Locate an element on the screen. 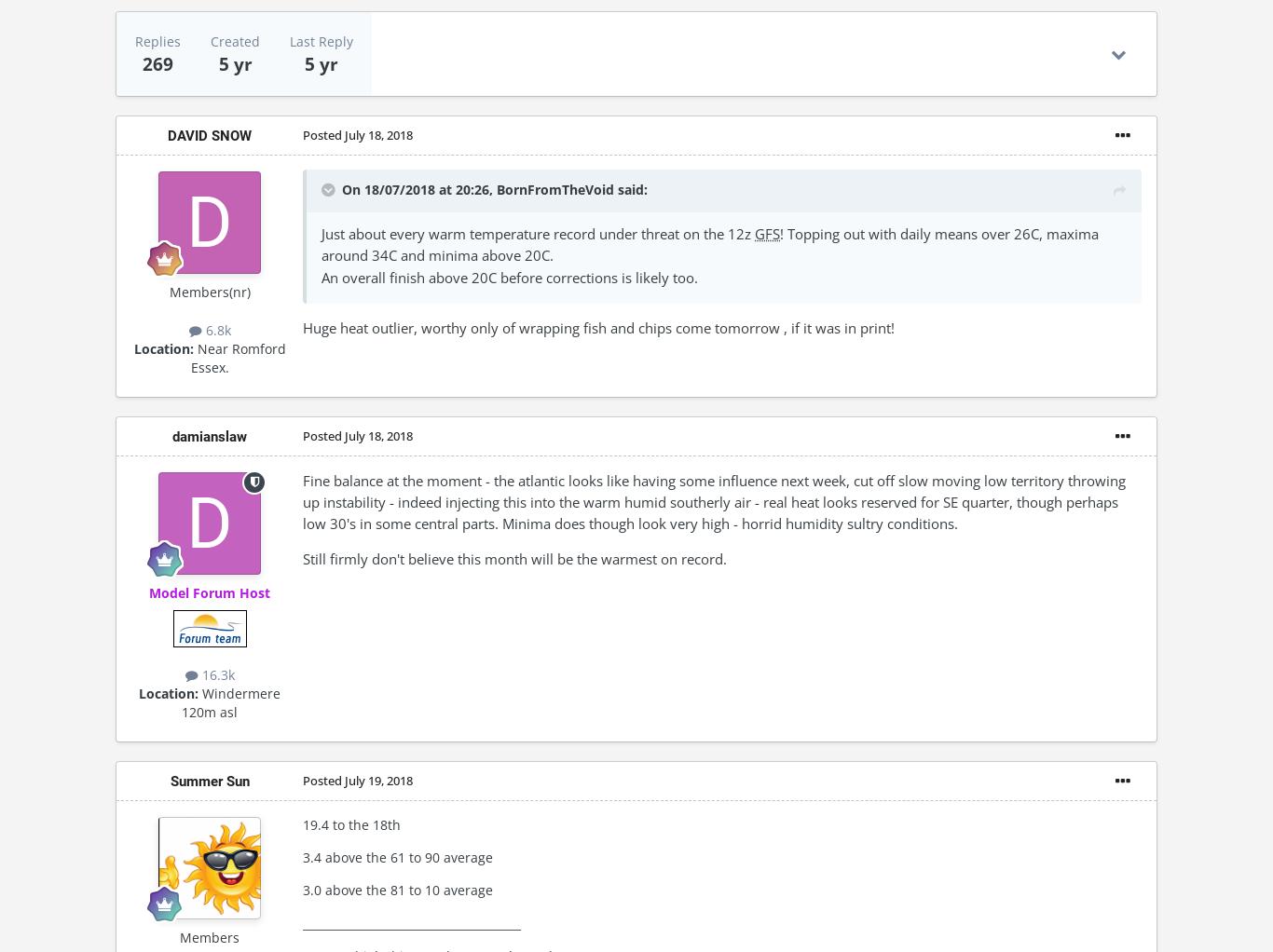  'July 19, 2018' is located at coordinates (377, 779).